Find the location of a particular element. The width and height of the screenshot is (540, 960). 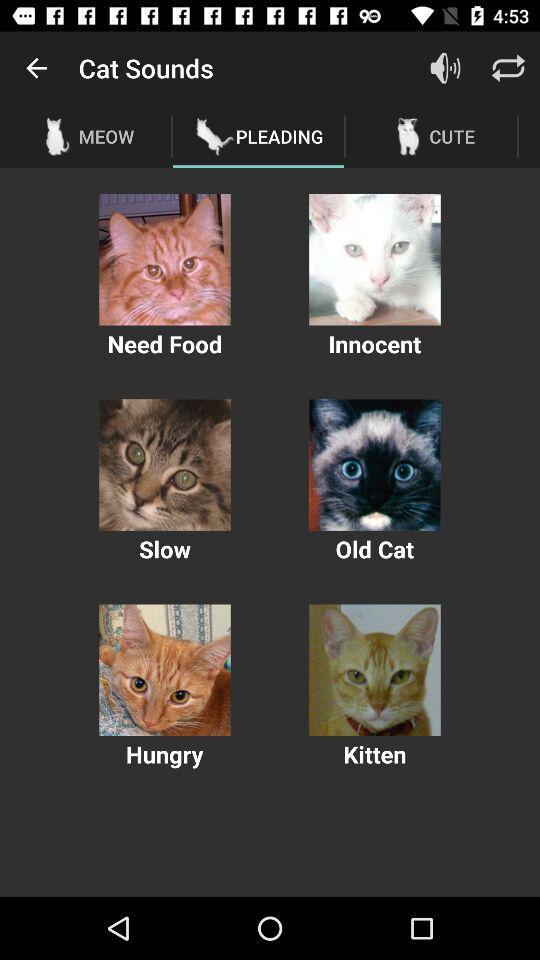

the need food sound is located at coordinates (164, 258).